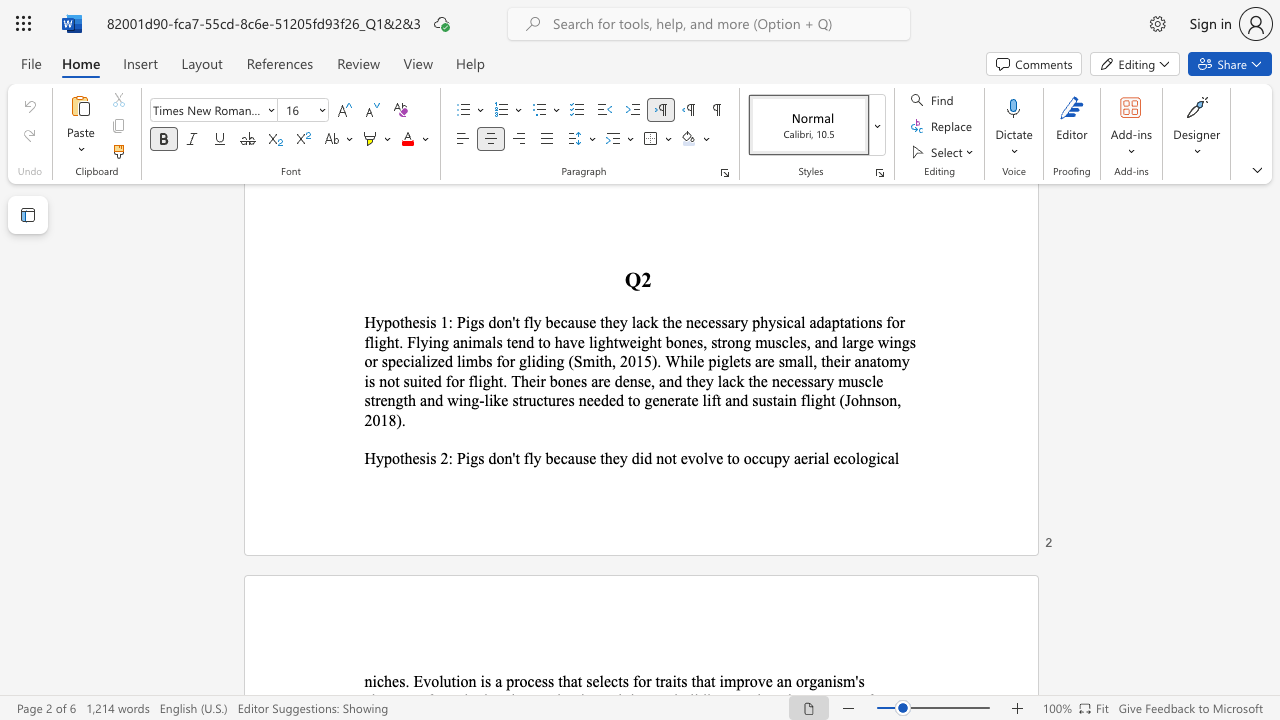 Image resolution: width=1280 pixels, height=720 pixels. What do you see at coordinates (469, 458) in the screenshot?
I see `the subset text "gs" within the text "Hypothesis 2: Pigs"` at bounding box center [469, 458].